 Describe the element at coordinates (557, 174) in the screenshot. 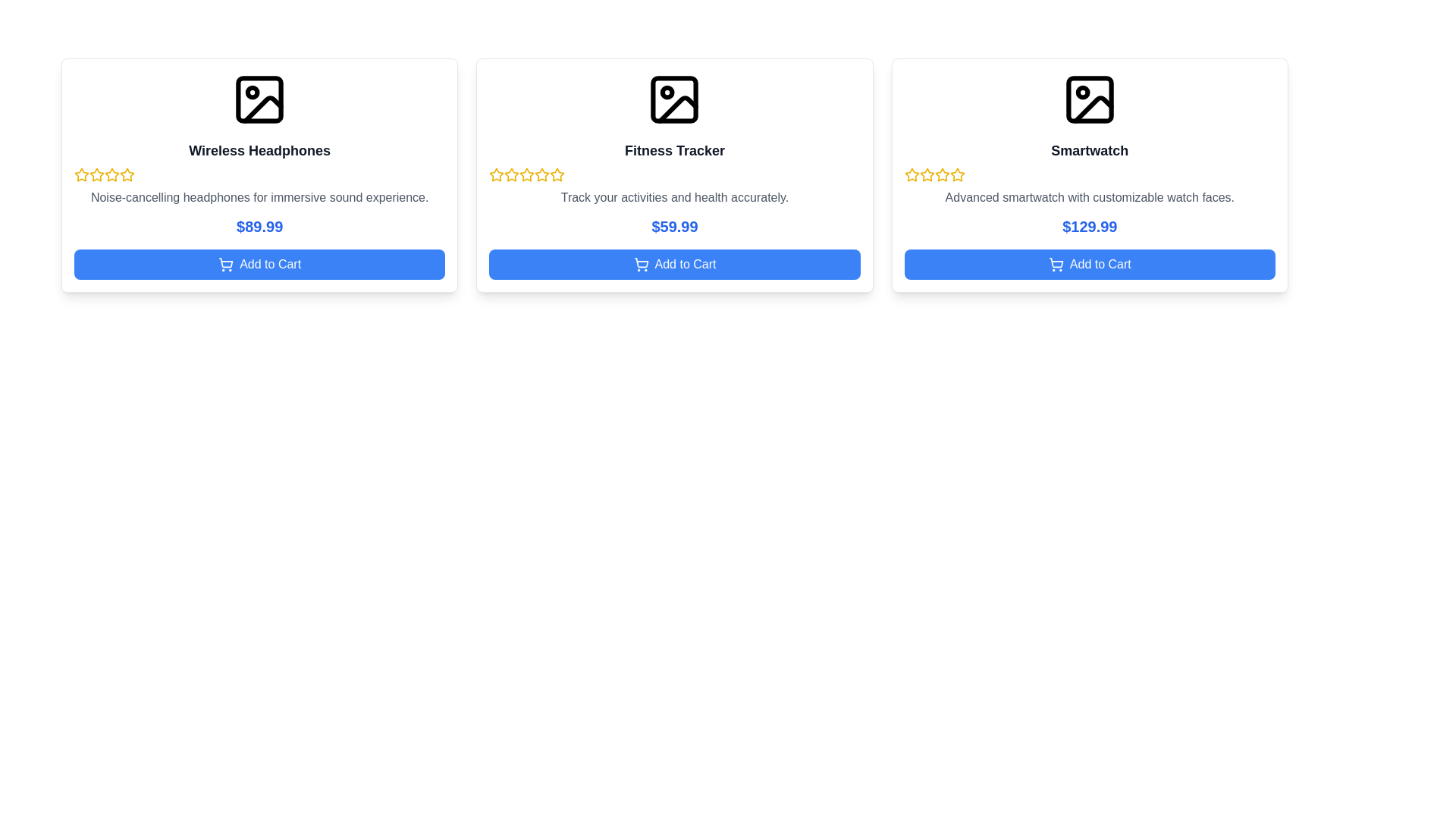

I see `the fourth yellow star icon from the left in the rating system under the 'Fitness Tracker' description card to interact with the rating system` at that location.